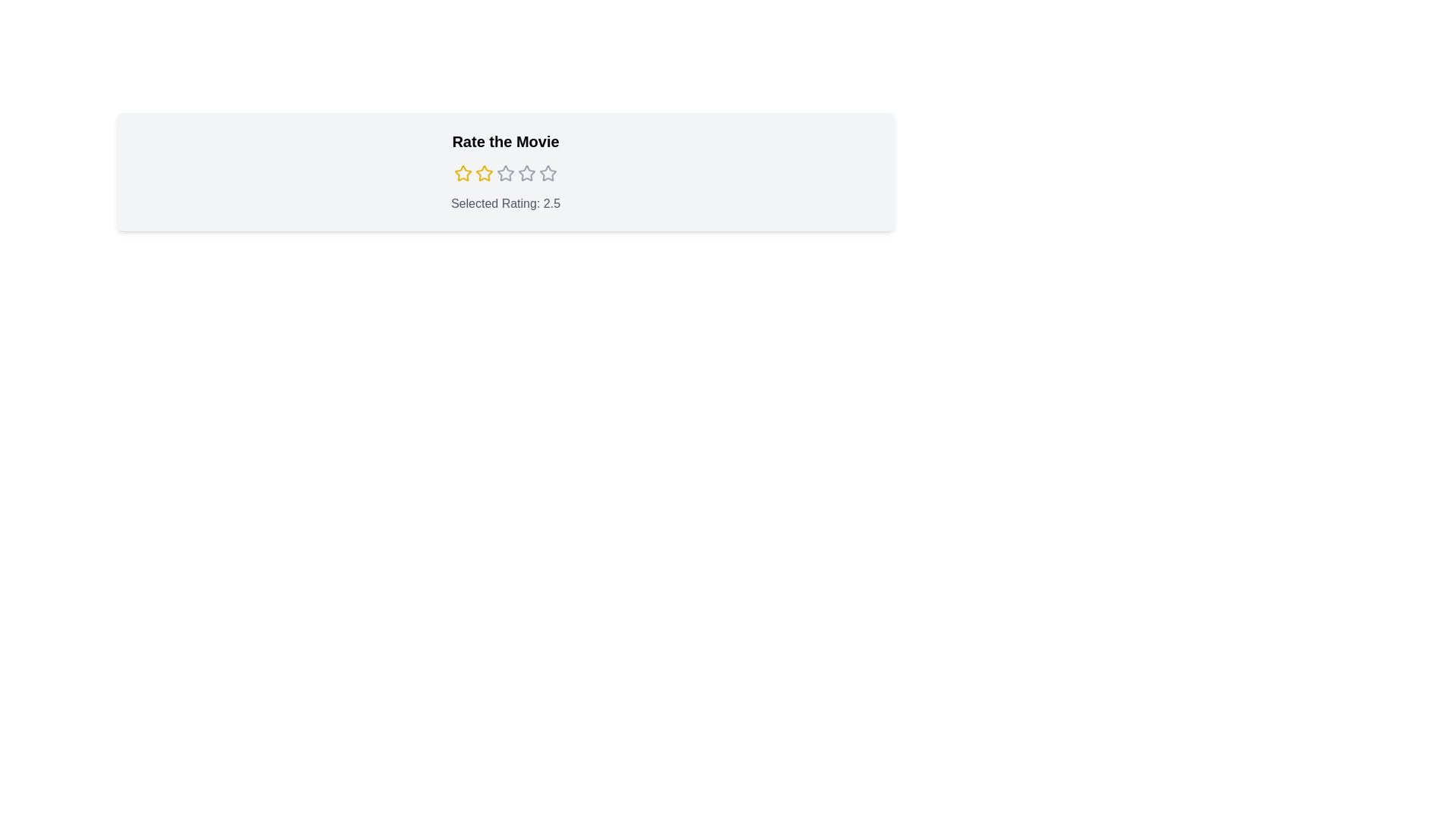 The image size is (1456, 819). What do you see at coordinates (483, 172) in the screenshot?
I see `the second rating star located beneath the 'Rate the Movie' title` at bounding box center [483, 172].